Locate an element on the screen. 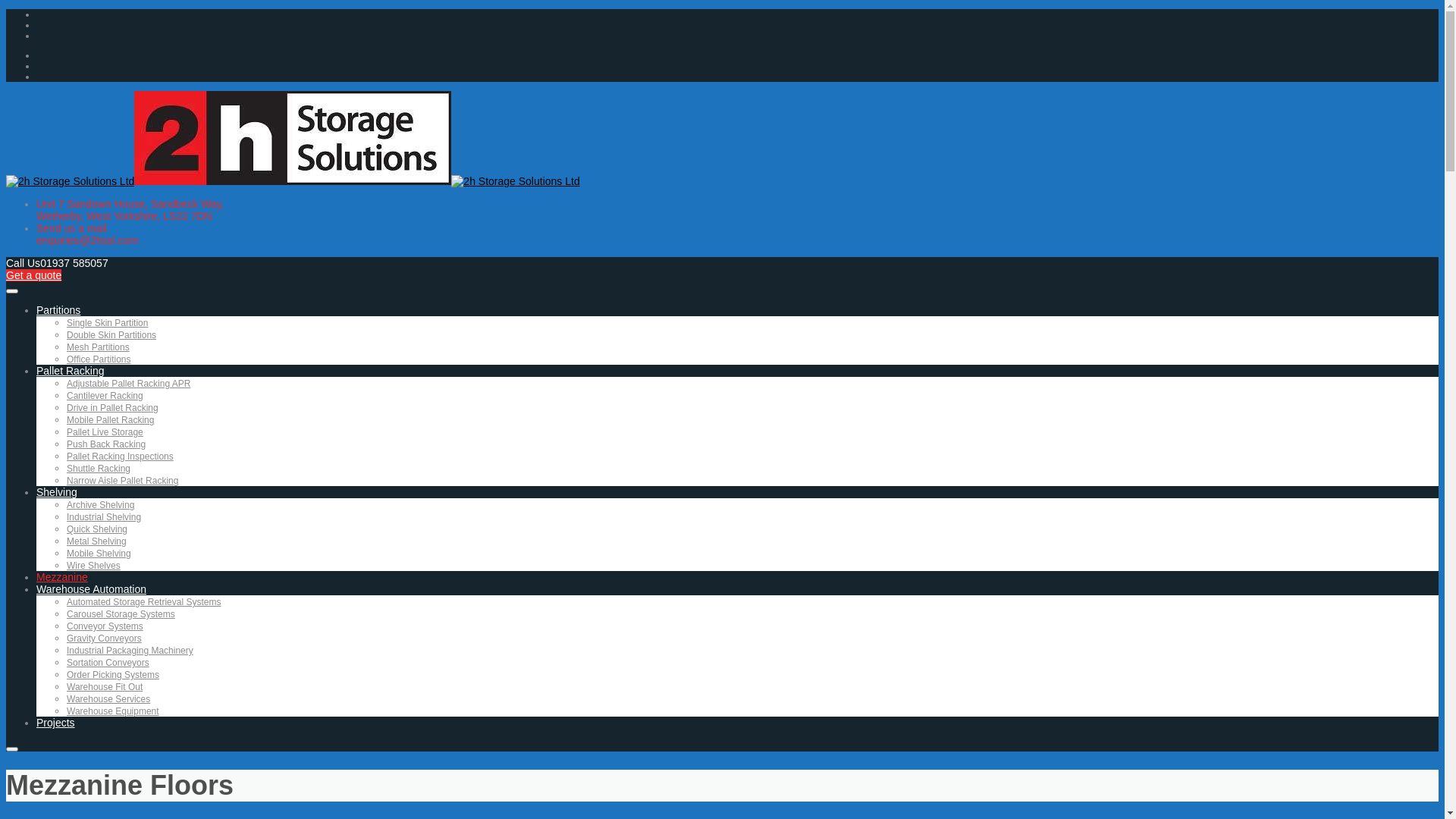 The height and width of the screenshot is (819, 1456). 'Pallet Live Storage' is located at coordinates (104, 432).